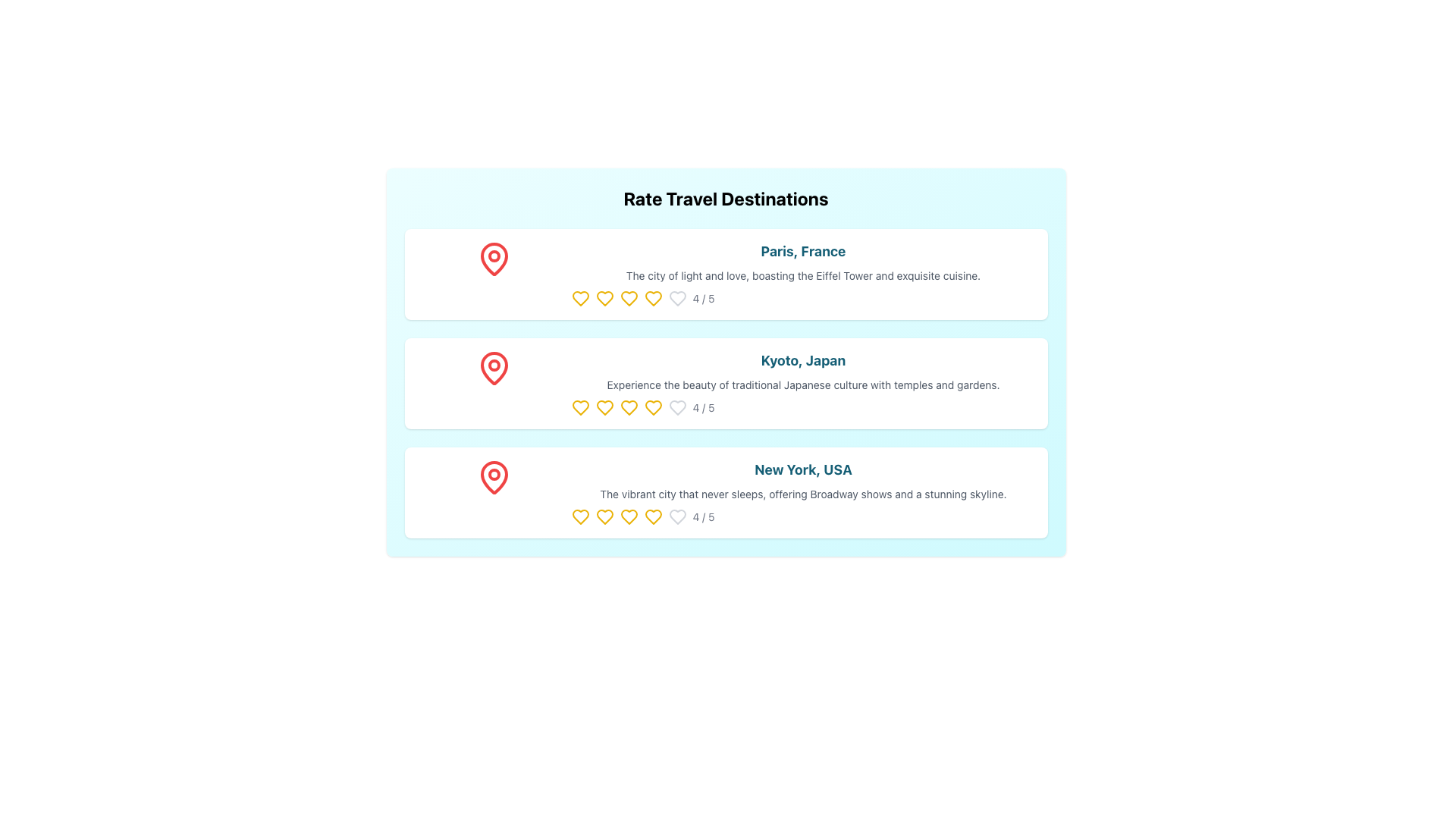  What do you see at coordinates (494, 259) in the screenshot?
I see `the location marker icon for the travel destination, which is the first pin in a vertical list aligned to the left of the text blocks about travel destinations` at bounding box center [494, 259].